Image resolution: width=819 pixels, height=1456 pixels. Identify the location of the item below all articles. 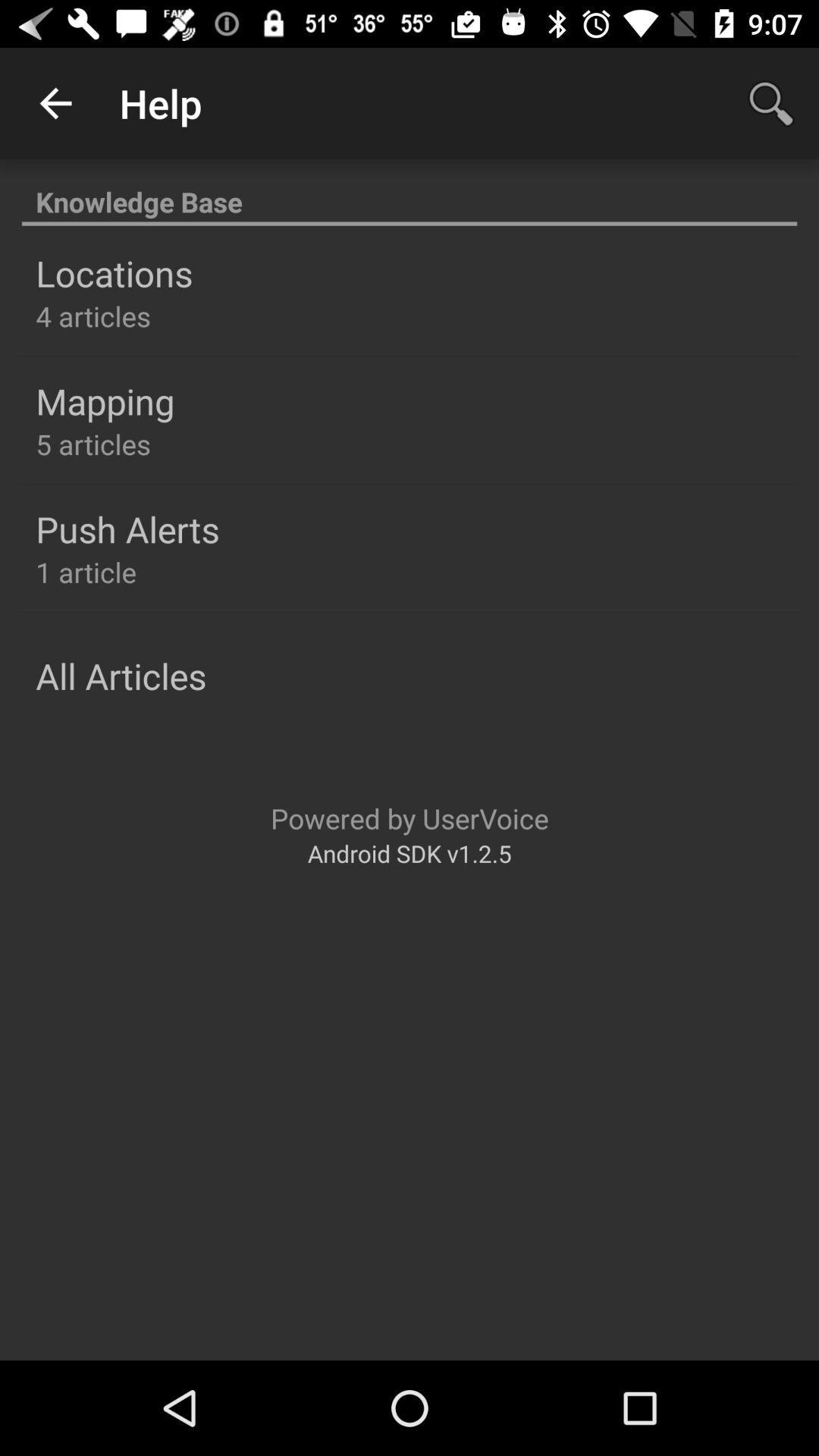
(409, 817).